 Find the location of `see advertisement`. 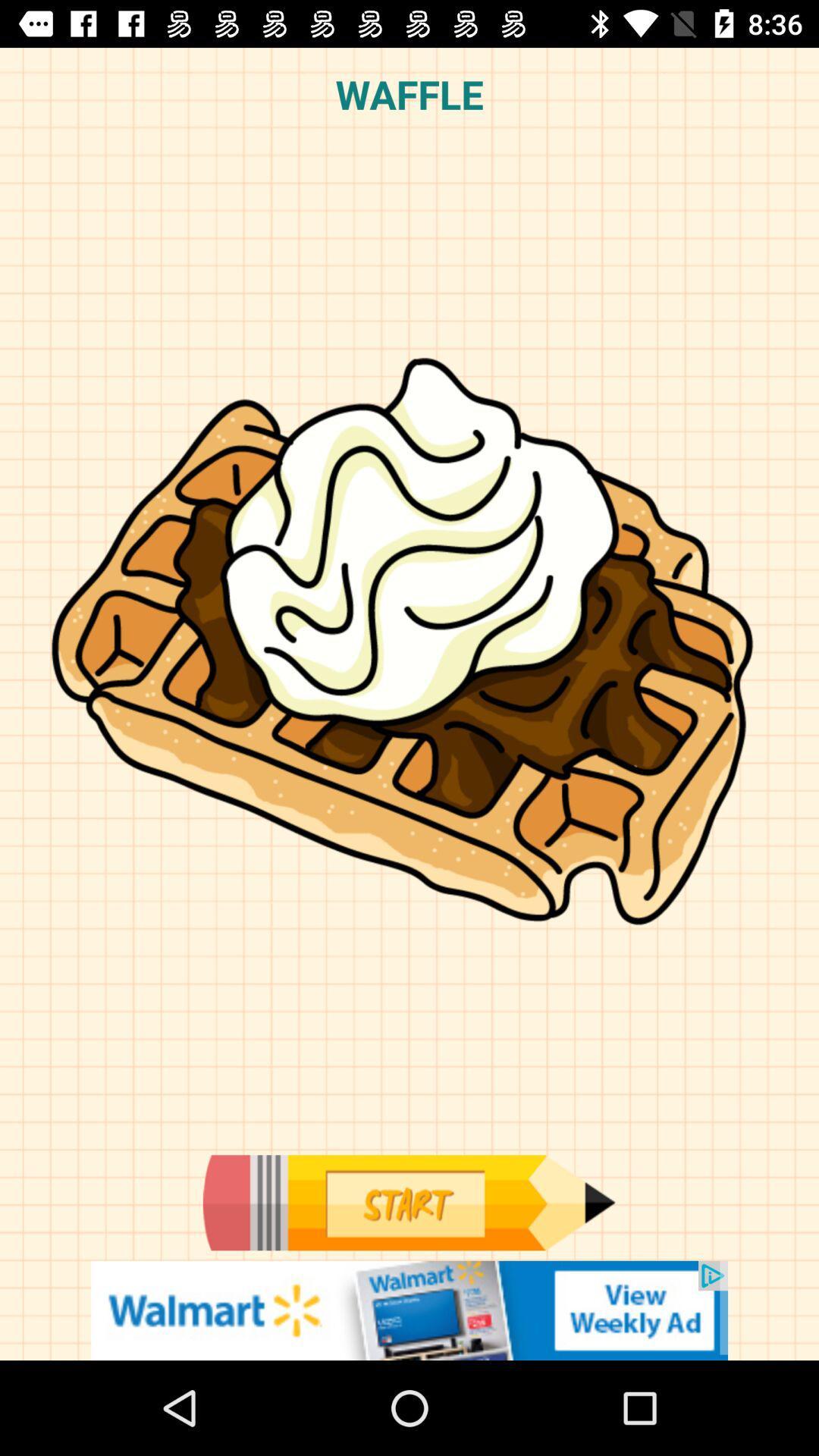

see advertisement is located at coordinates (409, 1310).